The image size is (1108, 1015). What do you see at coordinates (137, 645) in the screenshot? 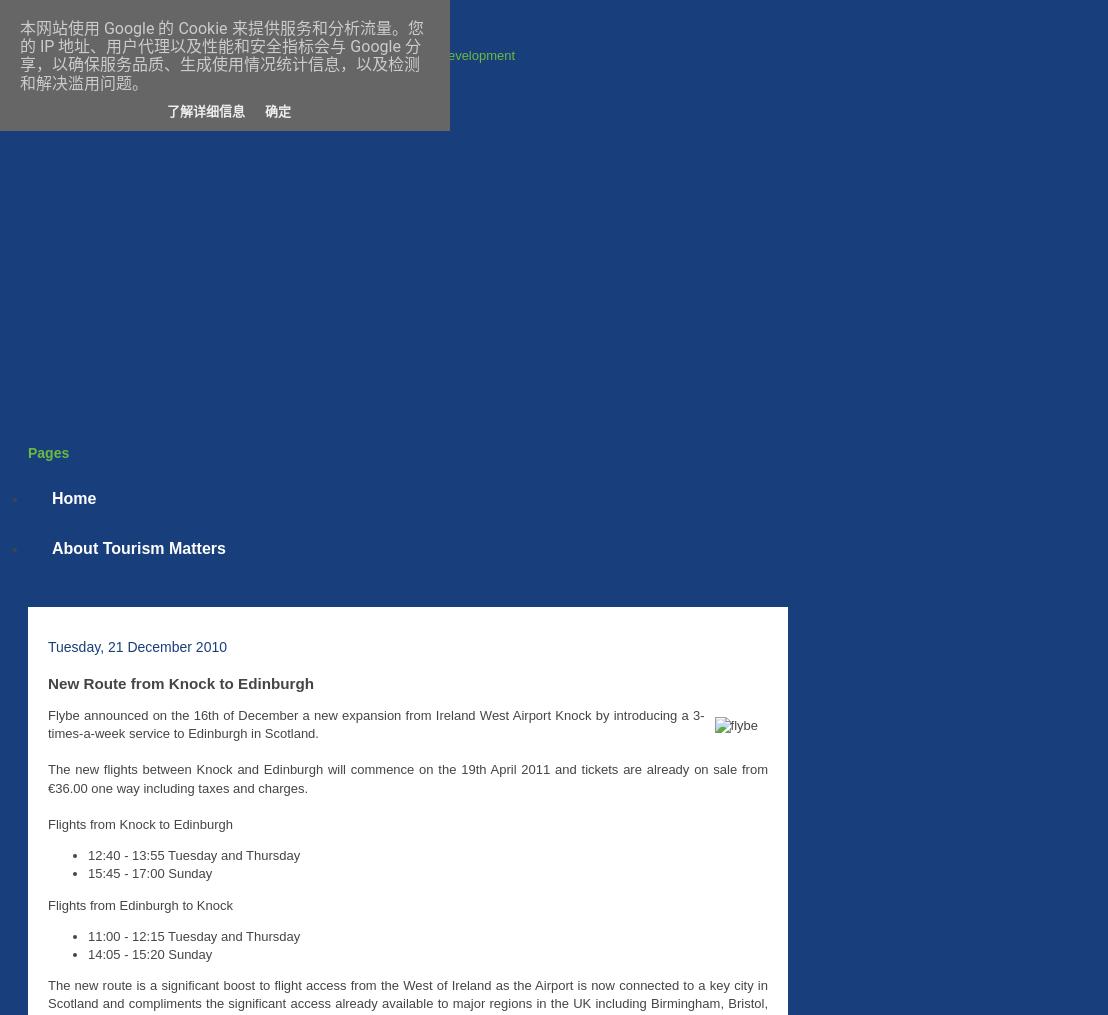
I see `'Tuesday, 21 December 2010'` at bounding box center [137, 645].